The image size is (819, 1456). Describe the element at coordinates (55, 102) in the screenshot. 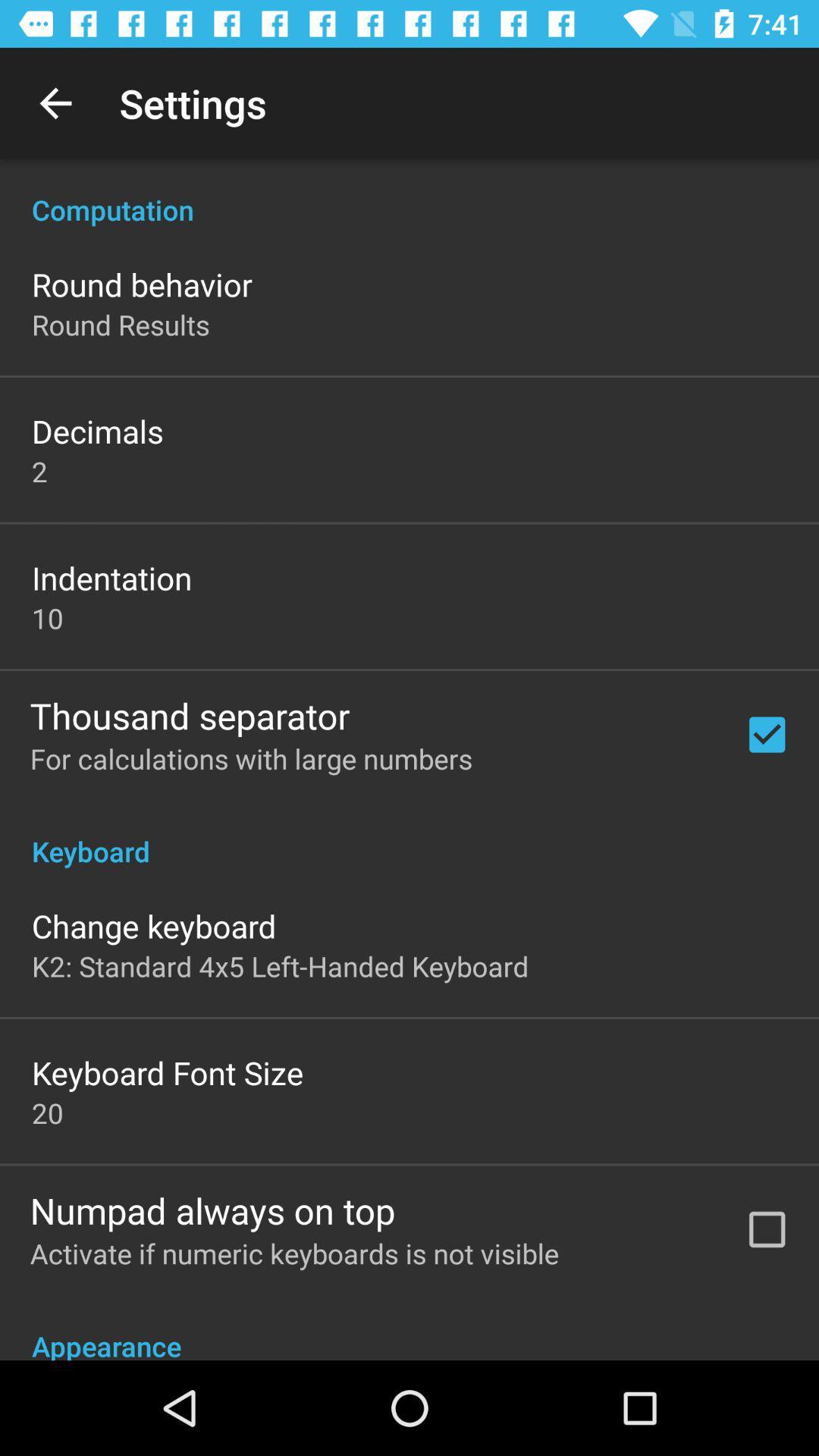

I see `icon next to the settings` at that location.